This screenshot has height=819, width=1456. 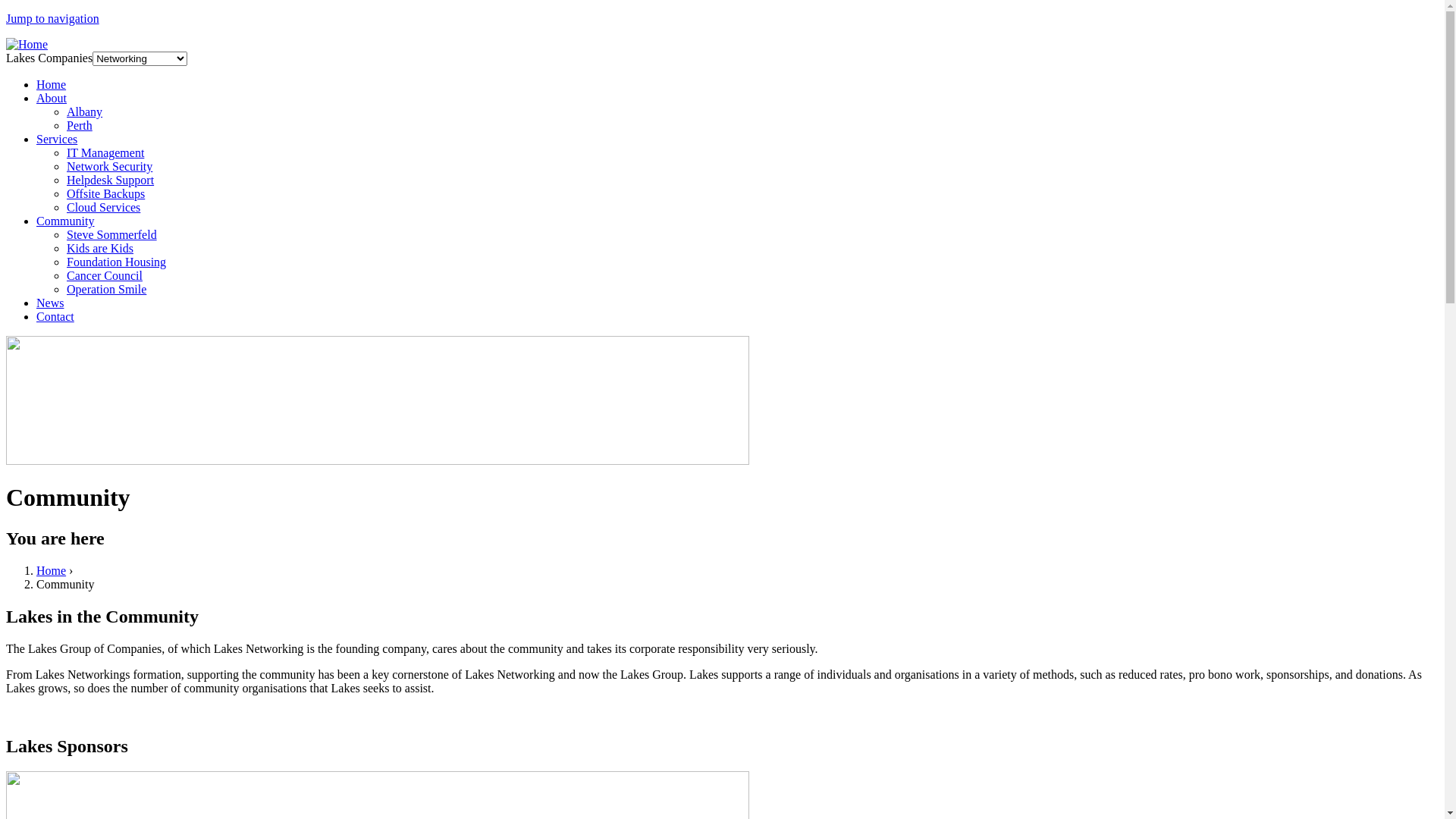 What do you see at coordinates (105, 152) in the screenshot?
I see `'IT Management'` at bounding box center [105, 152].